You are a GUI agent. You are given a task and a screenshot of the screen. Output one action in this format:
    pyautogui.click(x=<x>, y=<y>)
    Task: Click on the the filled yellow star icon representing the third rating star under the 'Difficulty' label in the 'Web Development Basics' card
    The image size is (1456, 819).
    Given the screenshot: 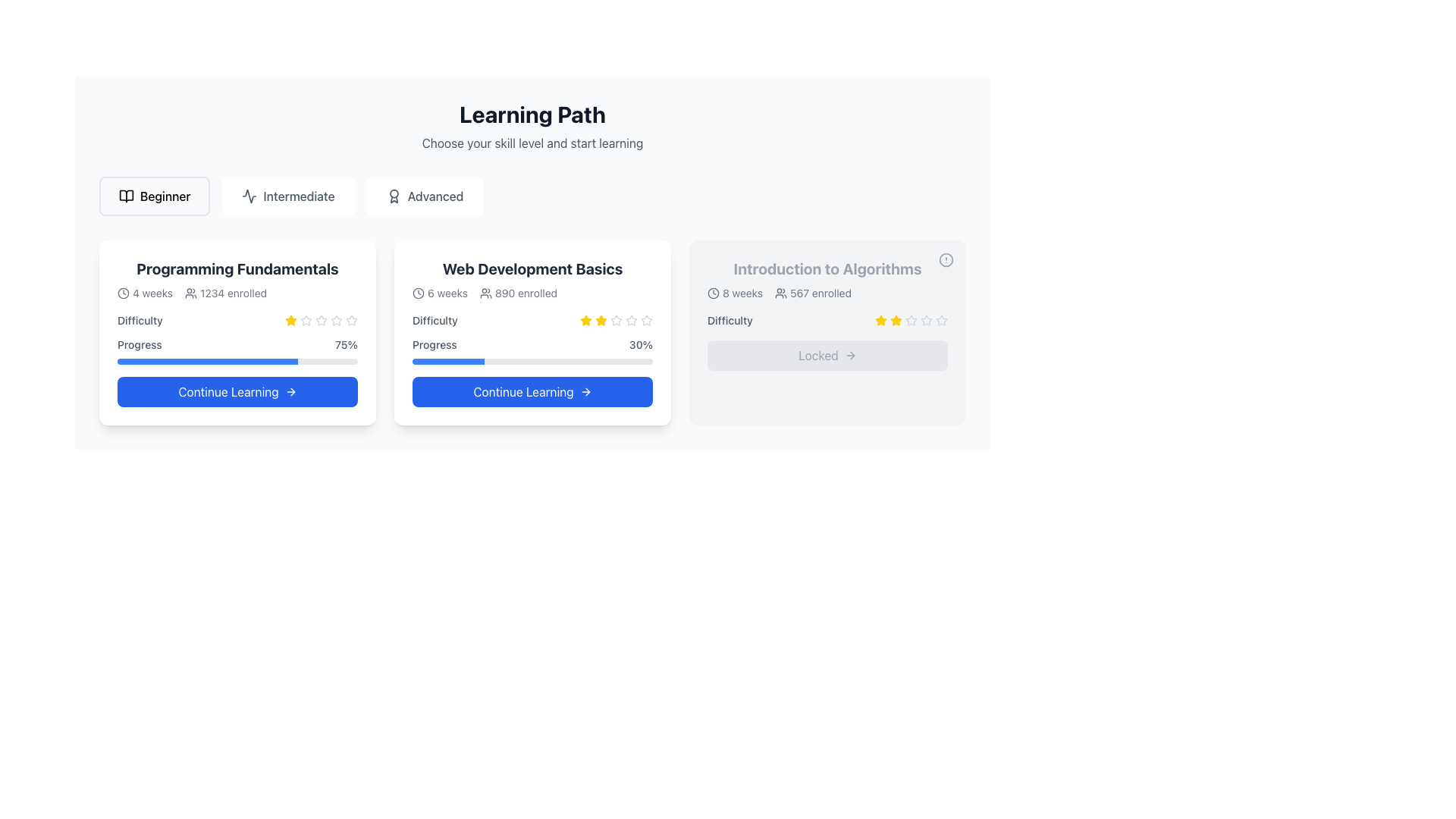 What is the action you would take?
    pyautogui.click(x=600, y=319)
    